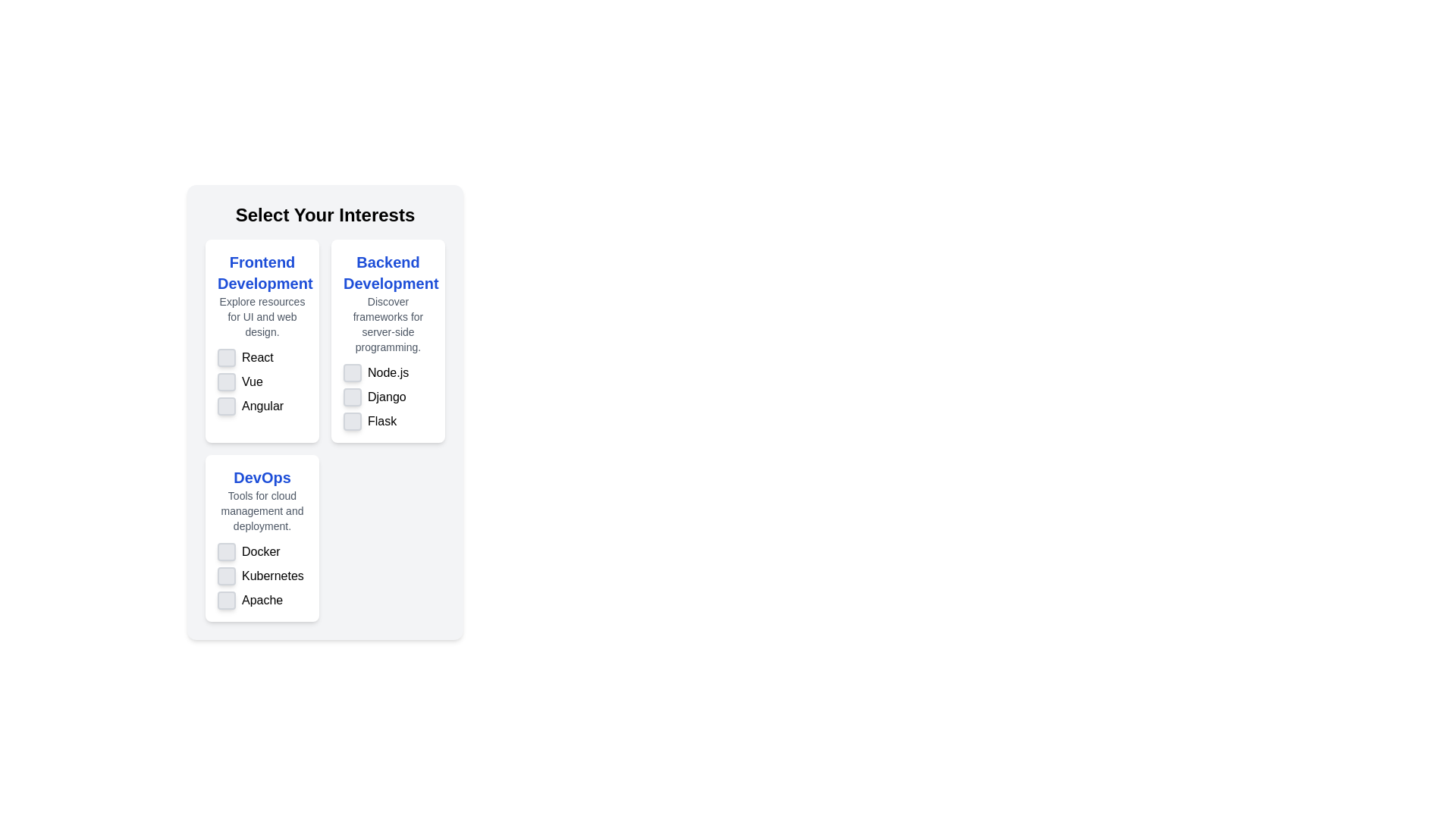 The image size is (1456, 819). What do you see at coordinates (225, 599) in the screenshot?
I see `the interactive checkbox for the 'Apache' option` at bounding box center [225, 599].